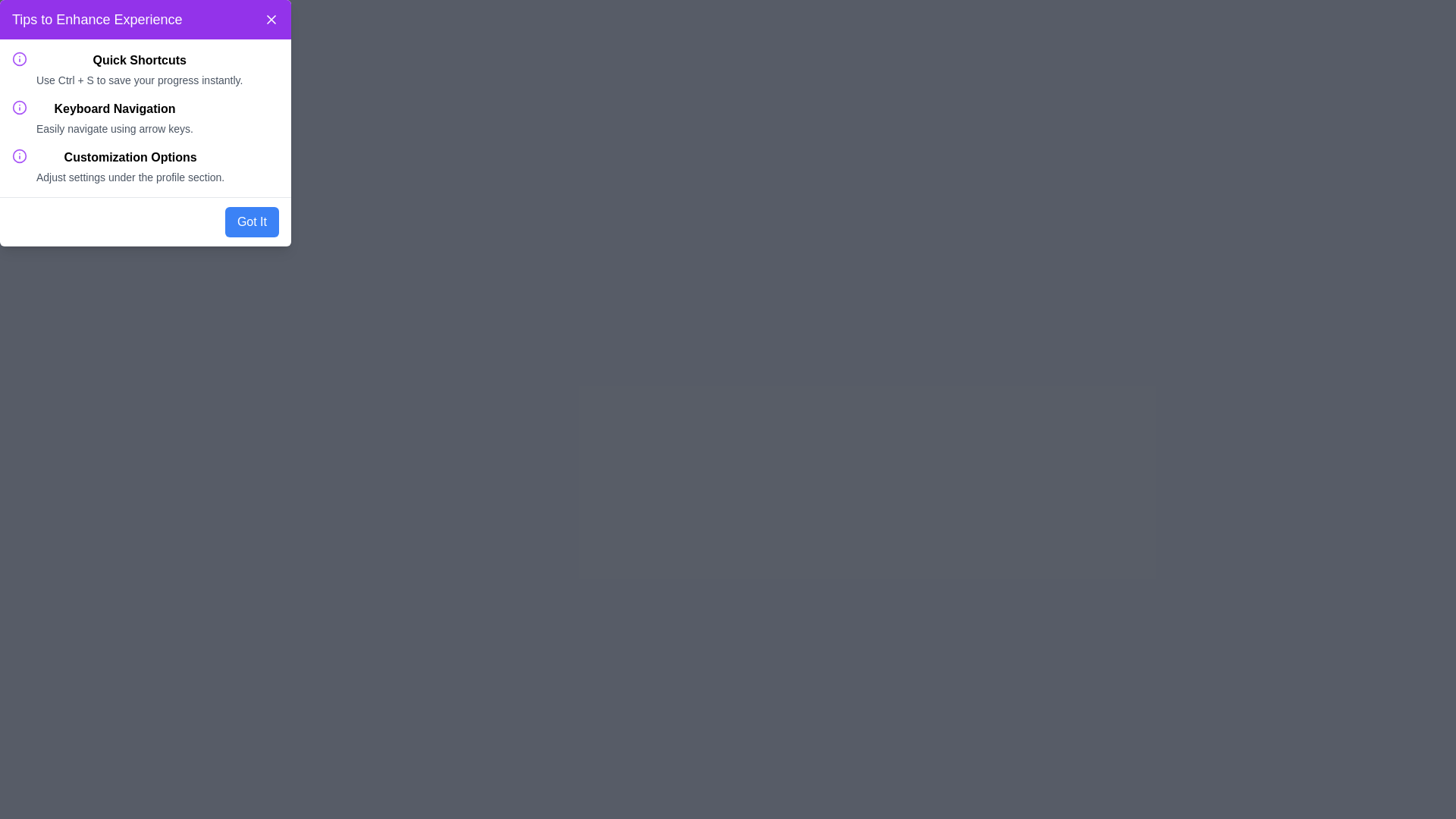 The width and height of the screenshot is (1456, 819). I want to click on the text element that labels the current section of the popup, which indicates shortcuts for quick actions, located at the top of the popup titled 'Tips to Enhance Experience', so click(140, 60).